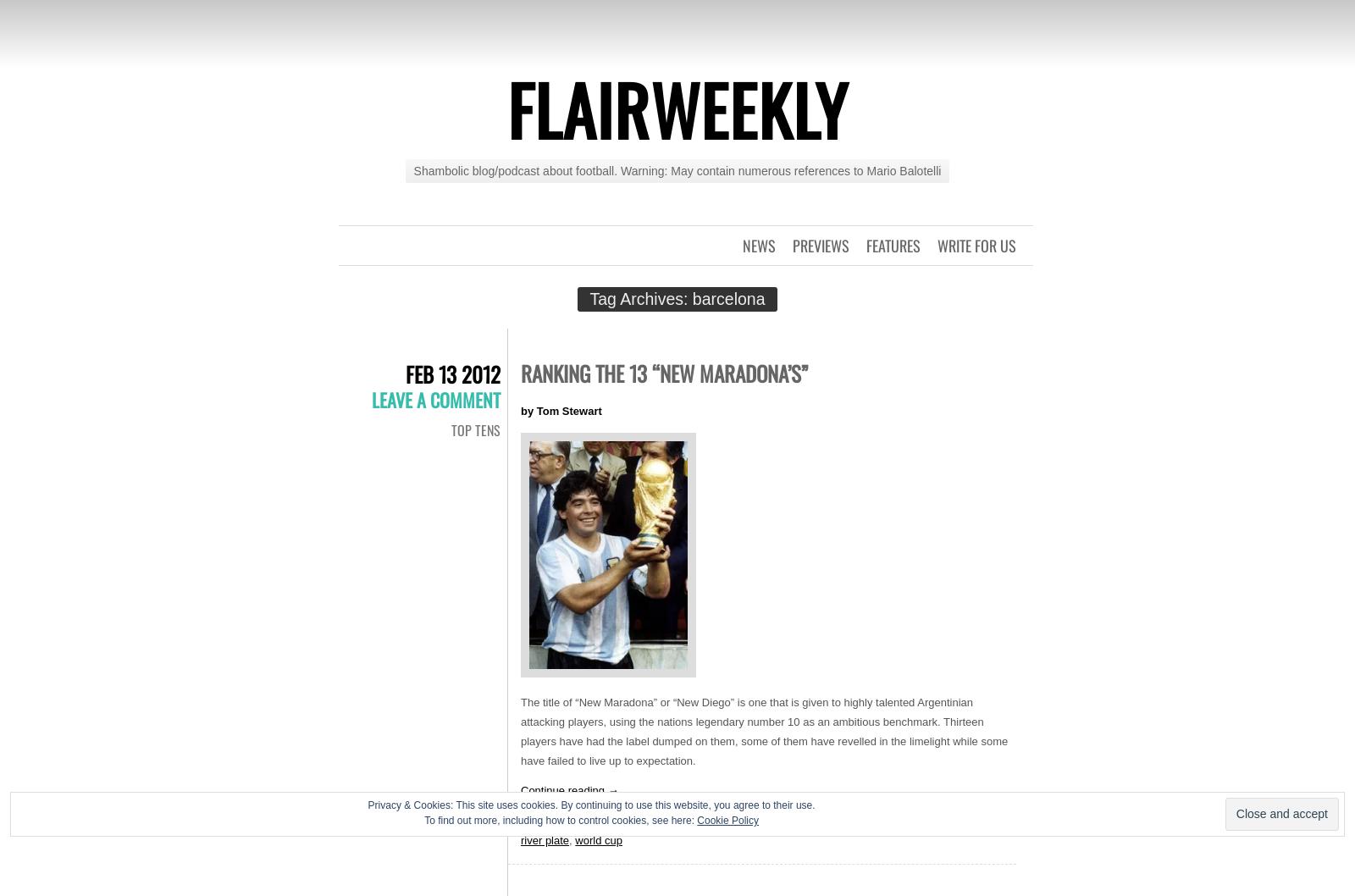 The height and width of the screenshot is (896, 1355). Describe the element at coordinates (677, 108) in the screenshot. I see `'FlairWeekly'` at that location.